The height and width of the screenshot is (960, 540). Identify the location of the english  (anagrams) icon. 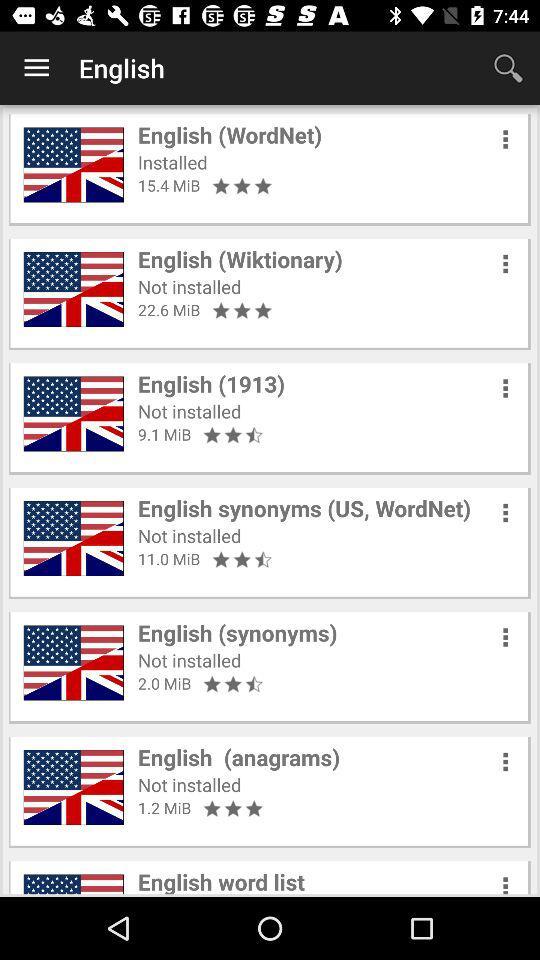
(239, 756).